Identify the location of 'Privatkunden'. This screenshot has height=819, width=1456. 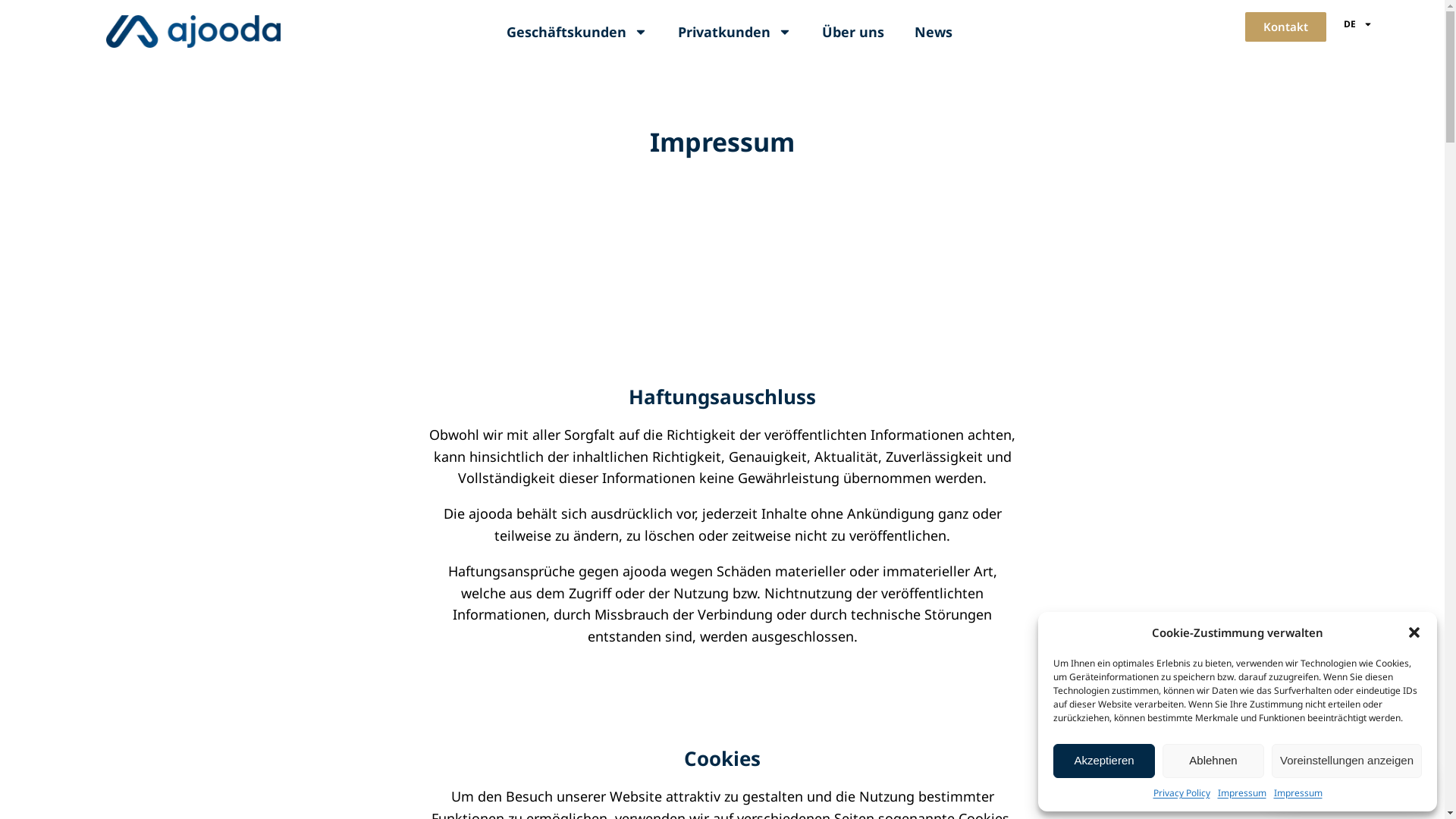
(735, 32).